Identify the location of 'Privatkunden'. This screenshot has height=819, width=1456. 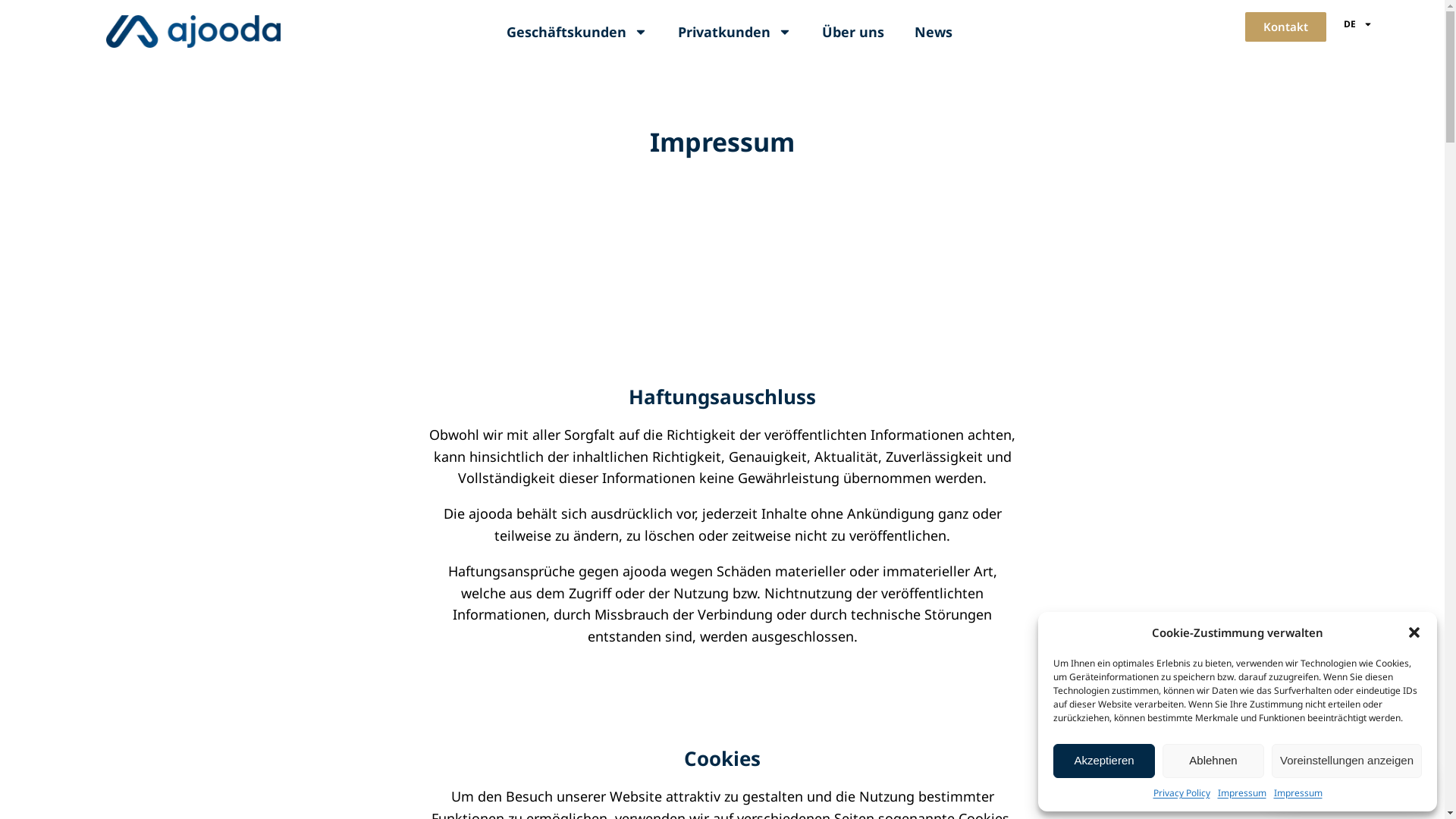
(735, 32).